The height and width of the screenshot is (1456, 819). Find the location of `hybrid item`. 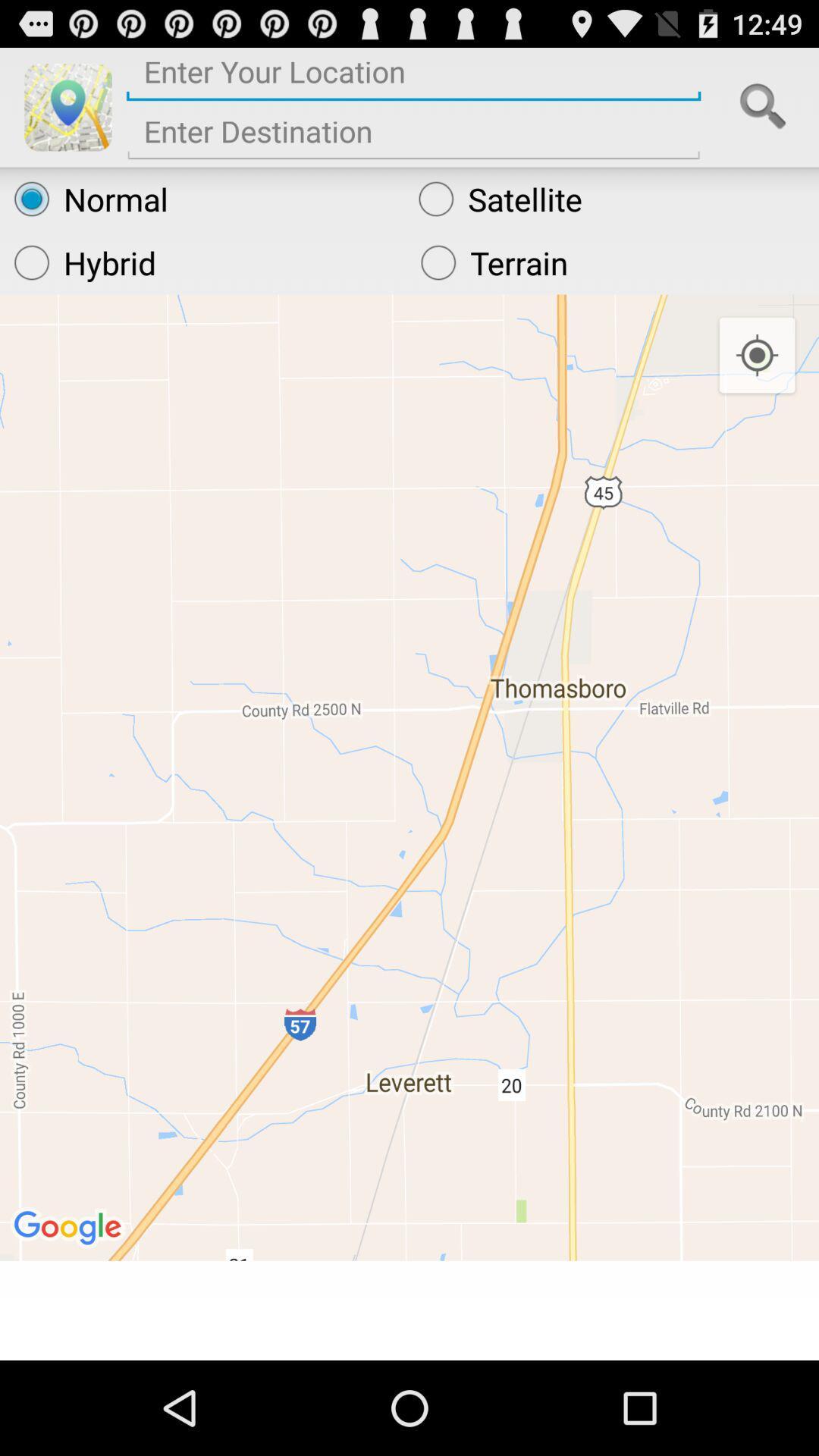

hybrid item is located at coordinates (202, 262).